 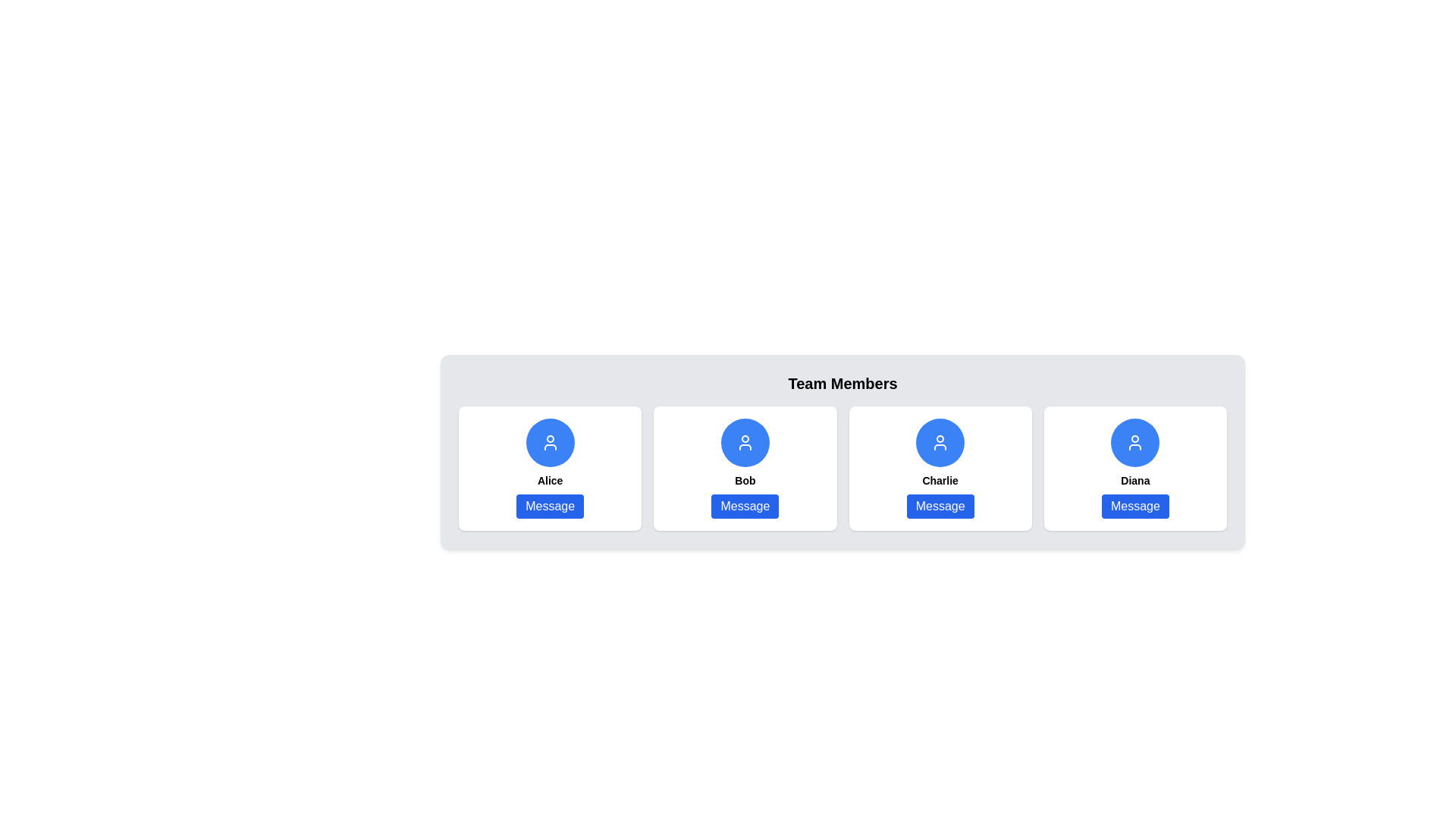 What do you see at coordinates (745, 442) in the screenshot?
I see `the circular Icon button featuring a white user icon on a blue background, located at the top center of the card labeled 'Bob'` at bounding box center [745, 442].